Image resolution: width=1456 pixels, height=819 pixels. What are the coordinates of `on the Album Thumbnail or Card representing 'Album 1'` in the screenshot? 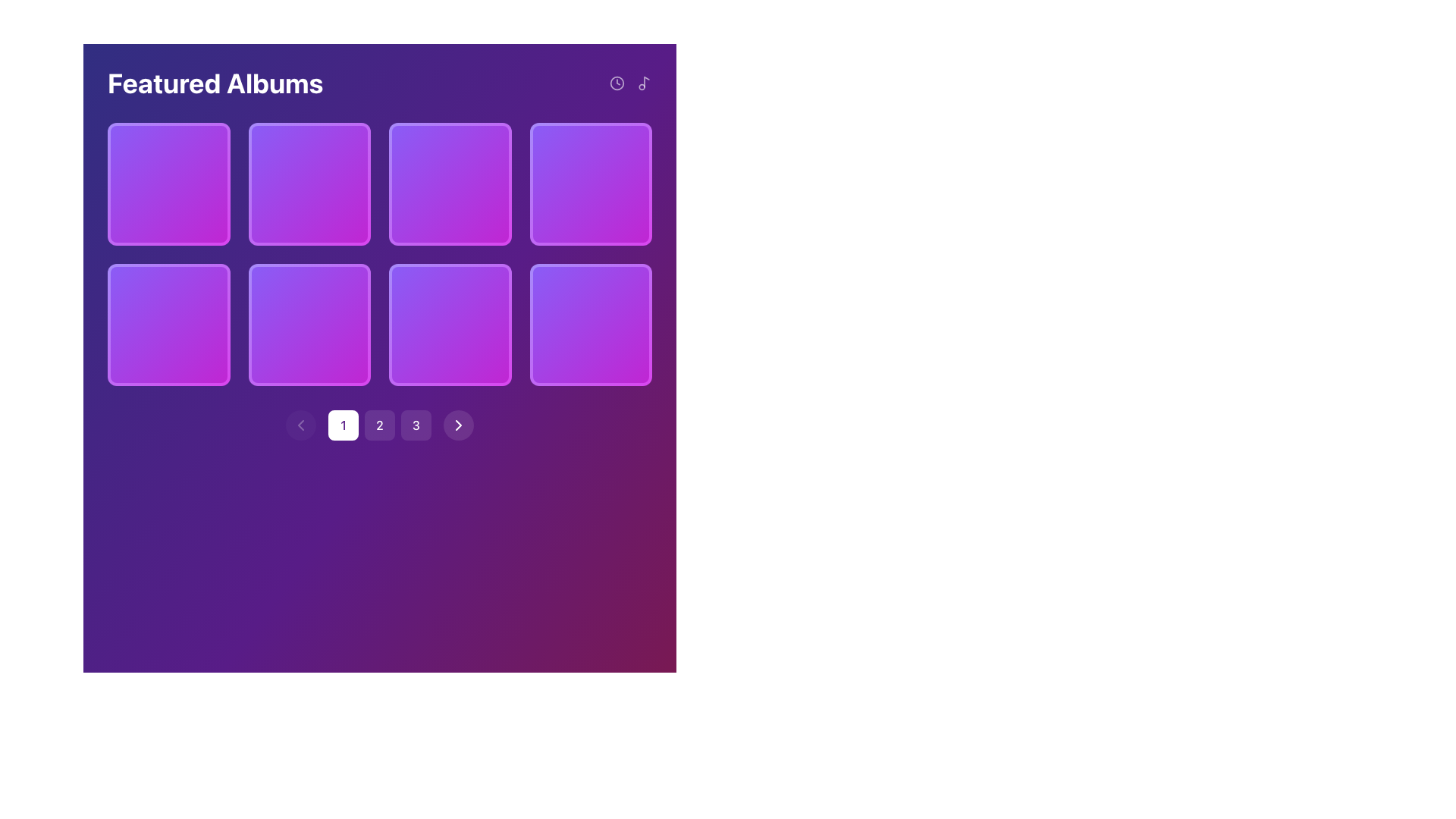 It's located at (168, 183).